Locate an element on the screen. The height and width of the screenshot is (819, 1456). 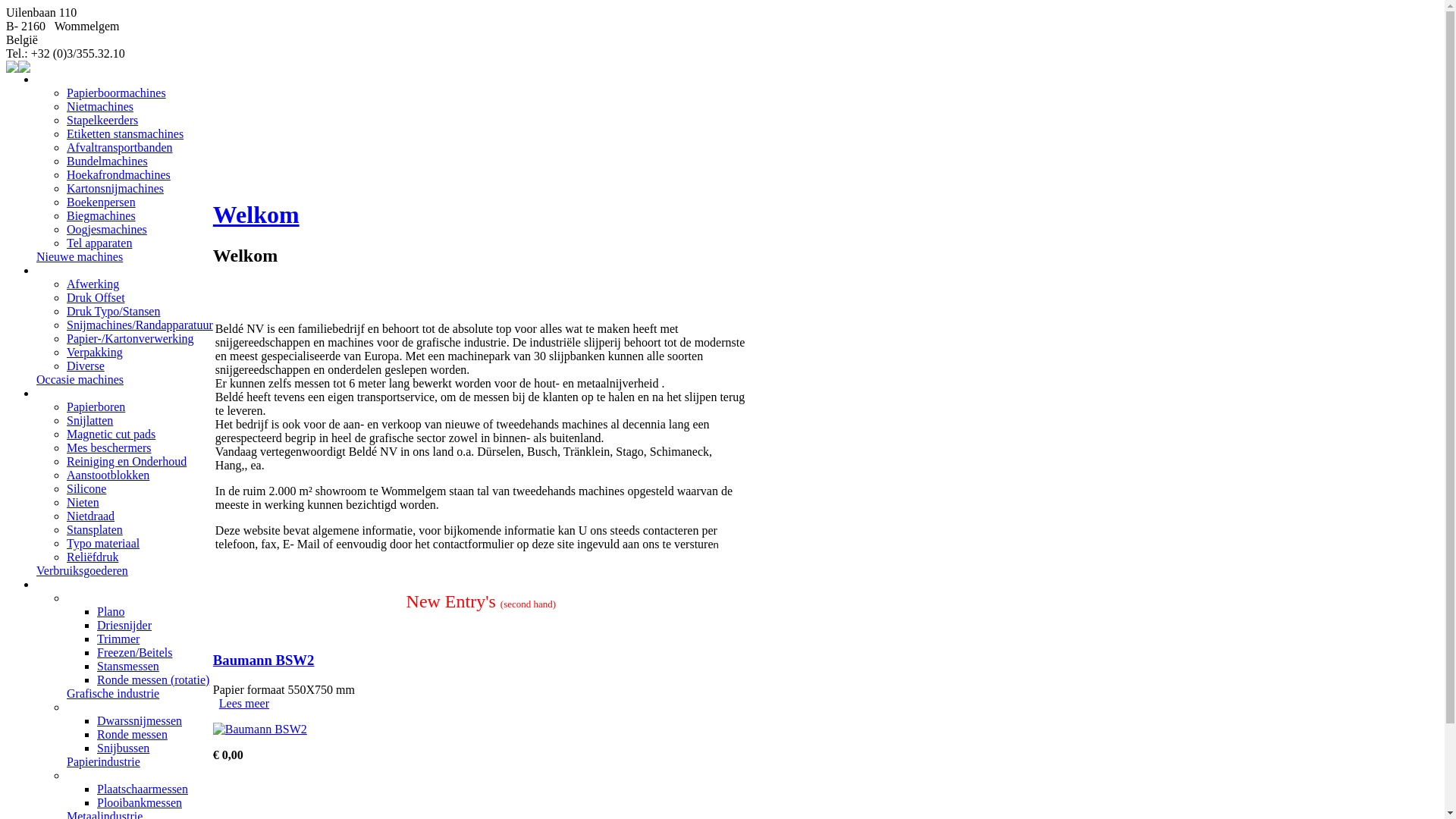
'Typo materiaal' is located at coordinates (102, 542).